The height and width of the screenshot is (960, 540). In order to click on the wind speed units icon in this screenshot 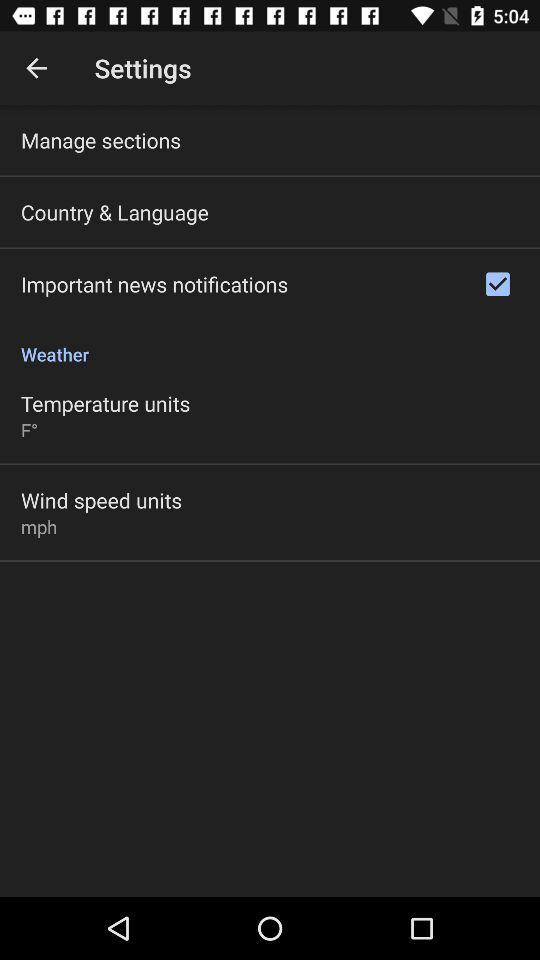, I will do `click(100, 499)`.